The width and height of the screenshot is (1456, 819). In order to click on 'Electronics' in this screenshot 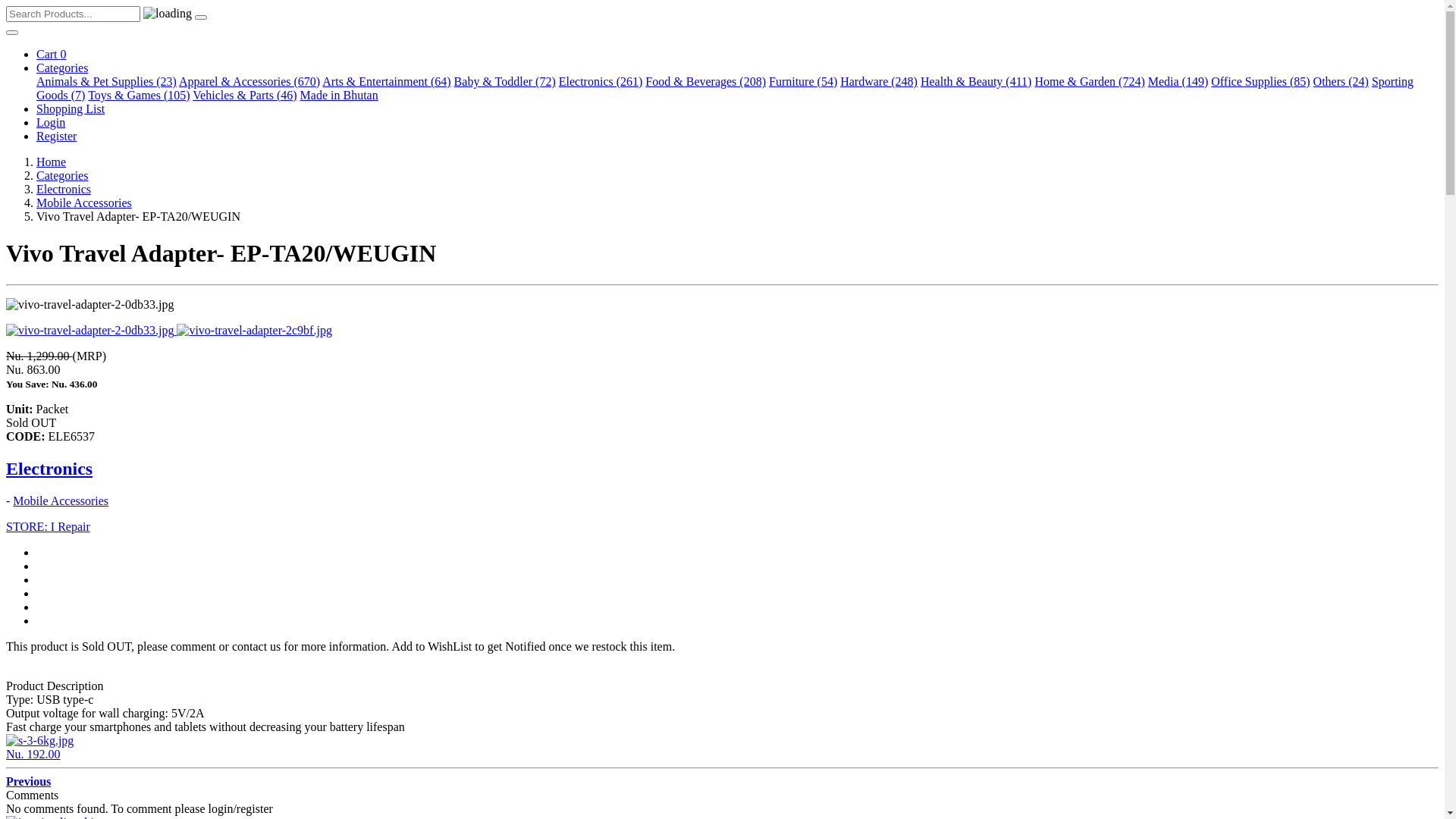, I will do `click(62, 188)`.